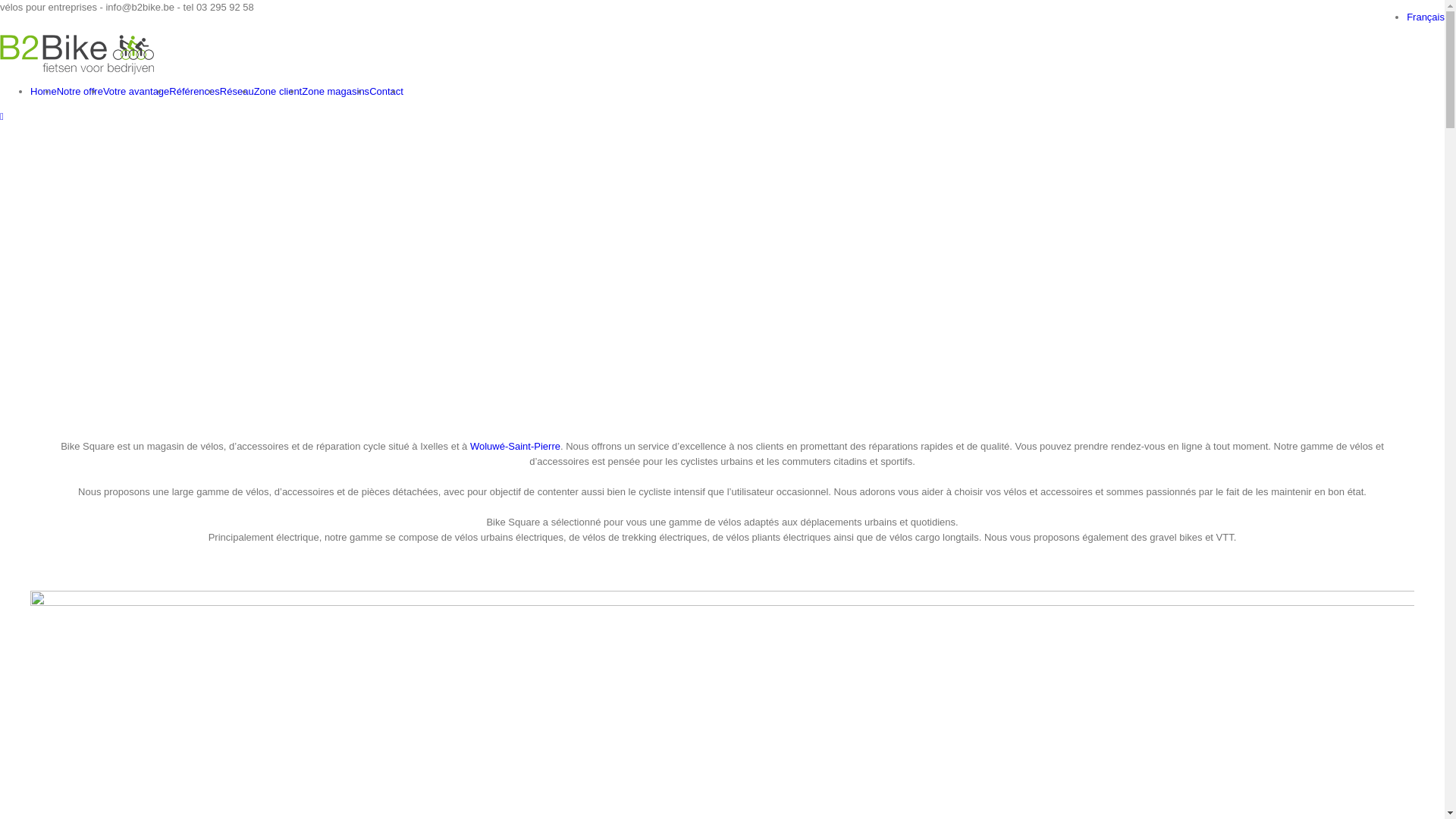 The height and width of the screenshot is (819, 1456). I want to click on 'Zone magasins', so click(334, 91).